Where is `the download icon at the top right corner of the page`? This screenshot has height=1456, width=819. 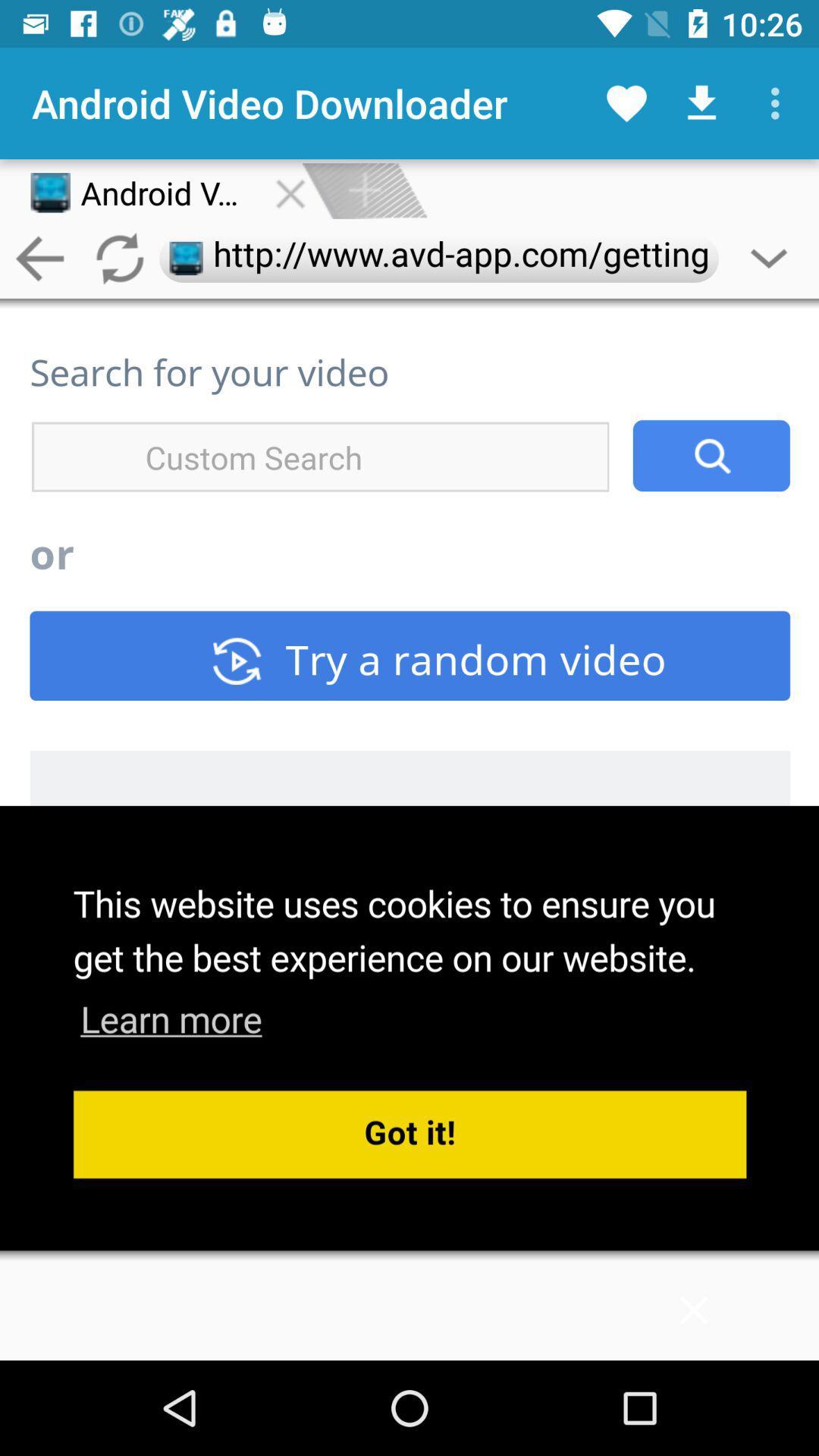
the download icon at the top right corner of the page is located at coordinates (701, 103).